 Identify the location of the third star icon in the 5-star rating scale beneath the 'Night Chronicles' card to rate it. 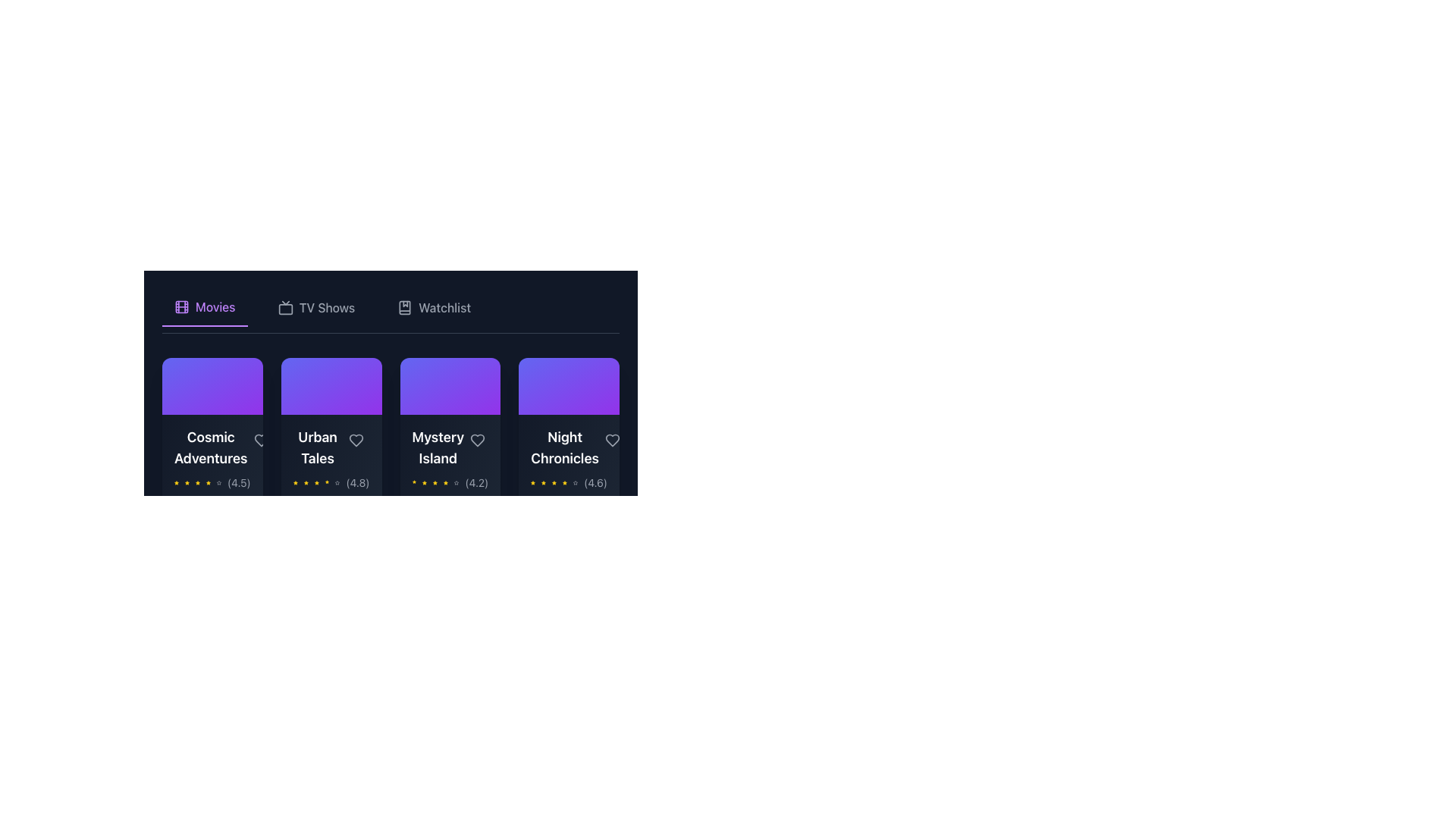
(544, 482).